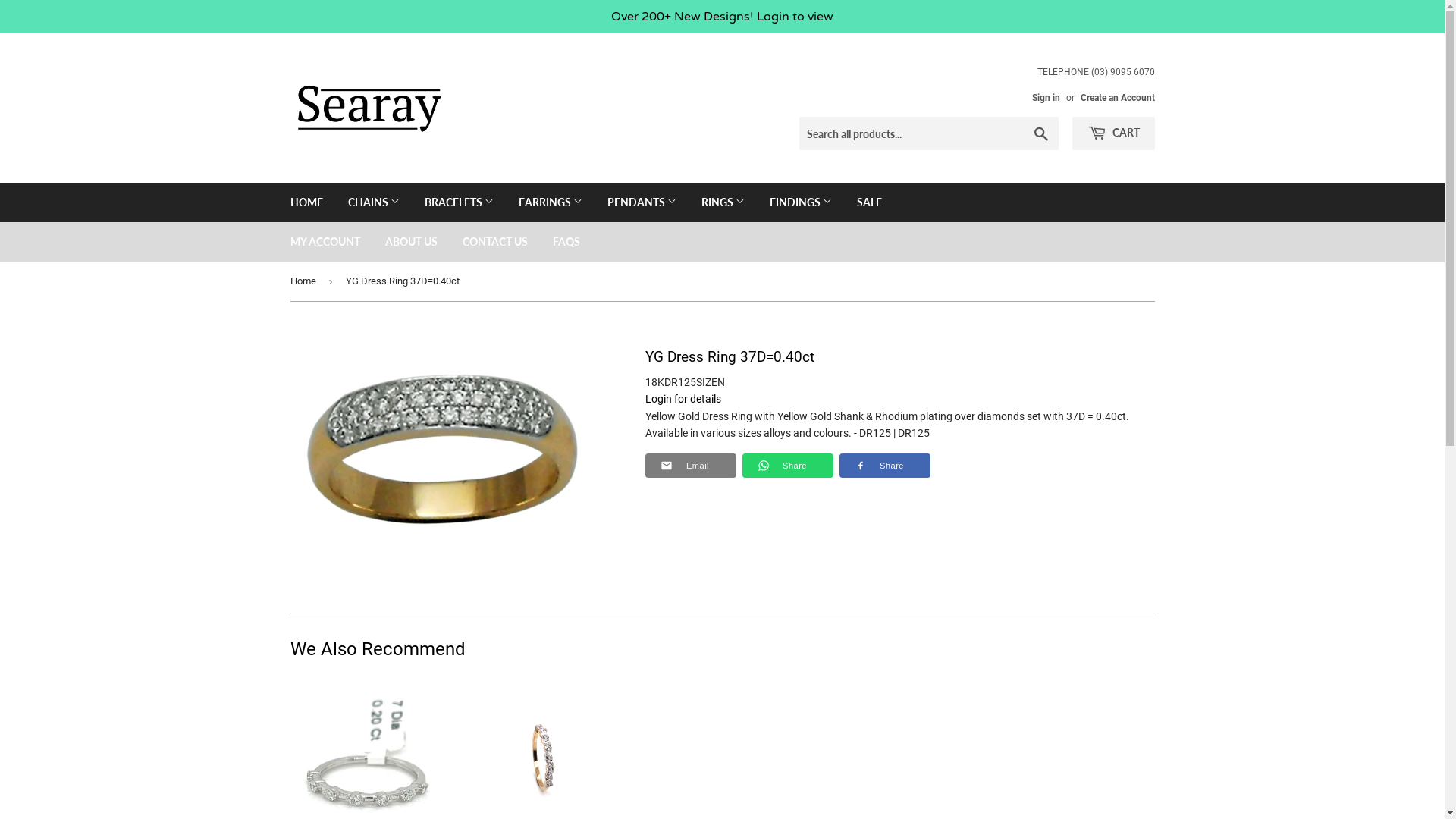  I want to click on 'ABOUT US', so click(372, 241).